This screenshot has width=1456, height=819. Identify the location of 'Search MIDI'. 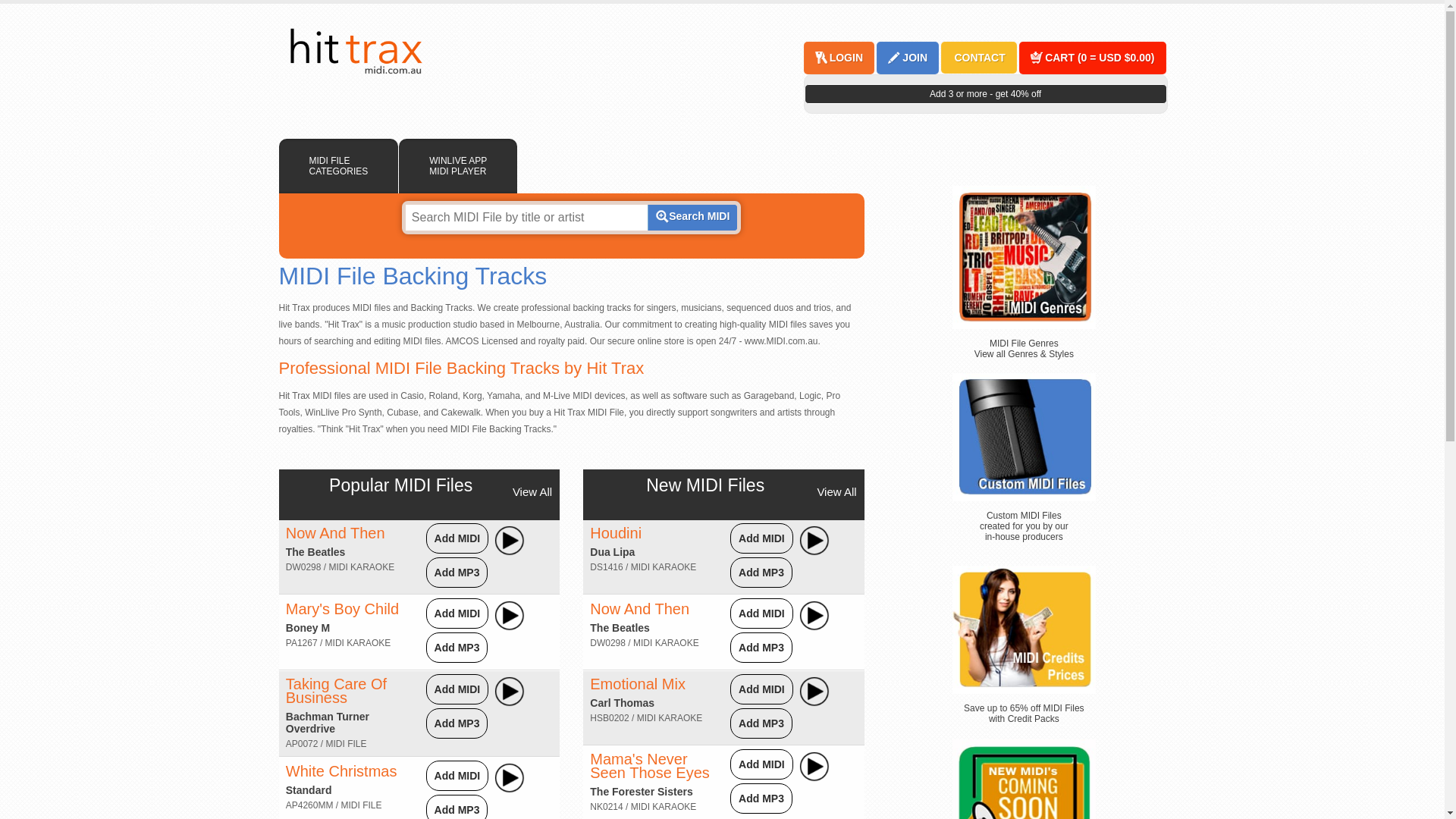
(691, 217).